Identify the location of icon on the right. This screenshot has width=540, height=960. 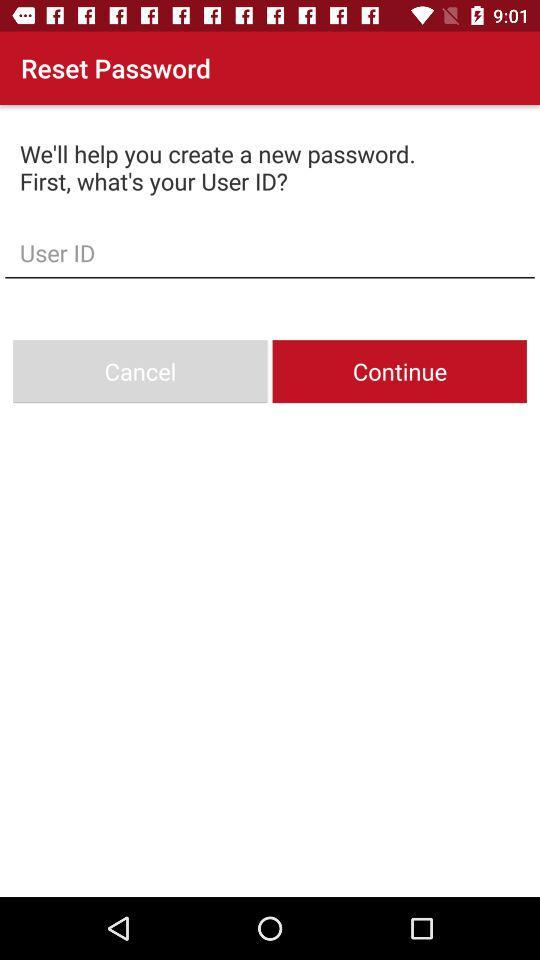
(399, 370).